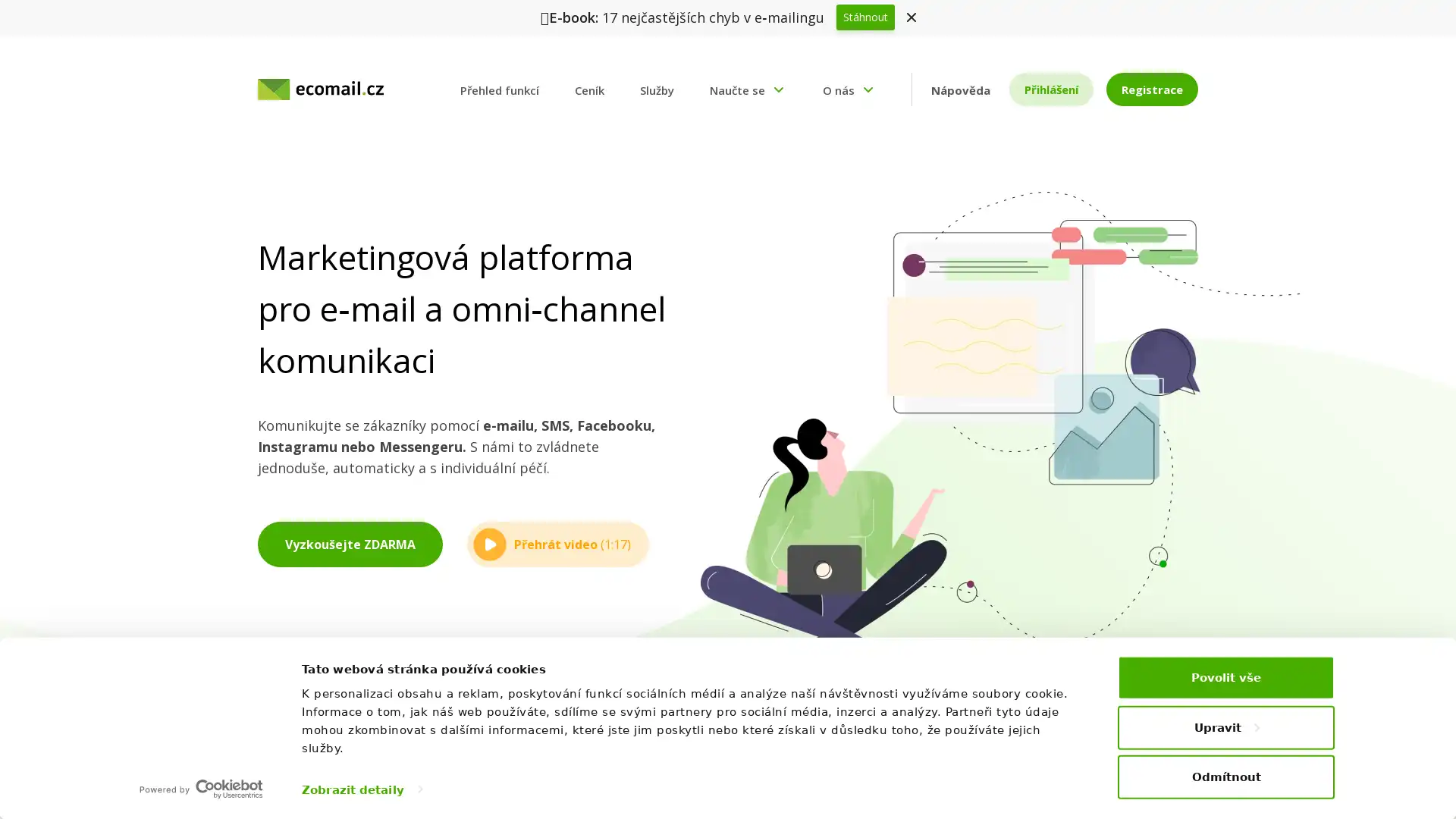  What do you see at coordinates (1226, 726) in the screenshot?
I see `Upravit` at bounding box center [1226, 726].